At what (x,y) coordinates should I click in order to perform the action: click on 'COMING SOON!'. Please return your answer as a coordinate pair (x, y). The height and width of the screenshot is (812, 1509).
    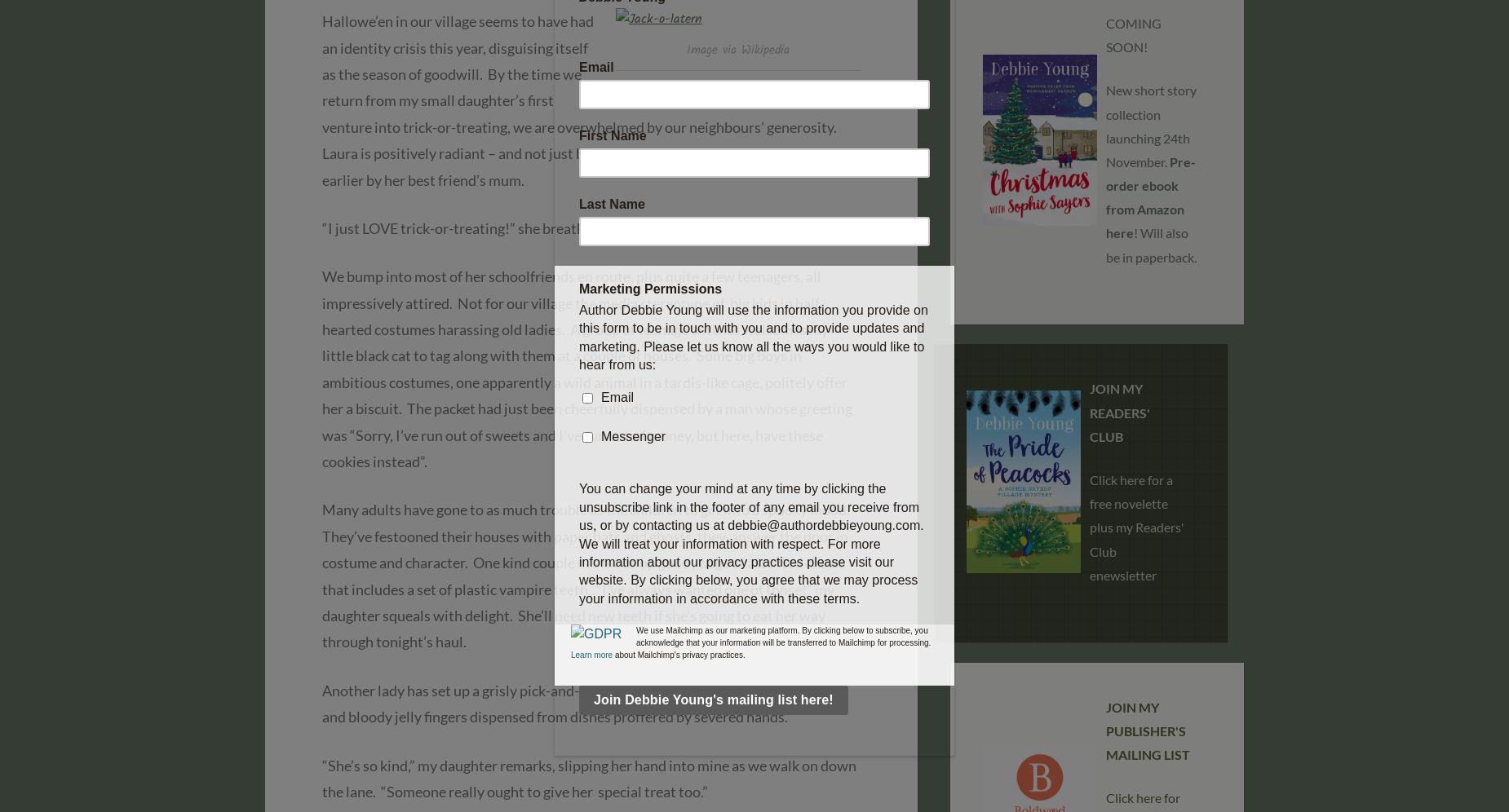
    Looking at the image, I should click on (1134, 34).